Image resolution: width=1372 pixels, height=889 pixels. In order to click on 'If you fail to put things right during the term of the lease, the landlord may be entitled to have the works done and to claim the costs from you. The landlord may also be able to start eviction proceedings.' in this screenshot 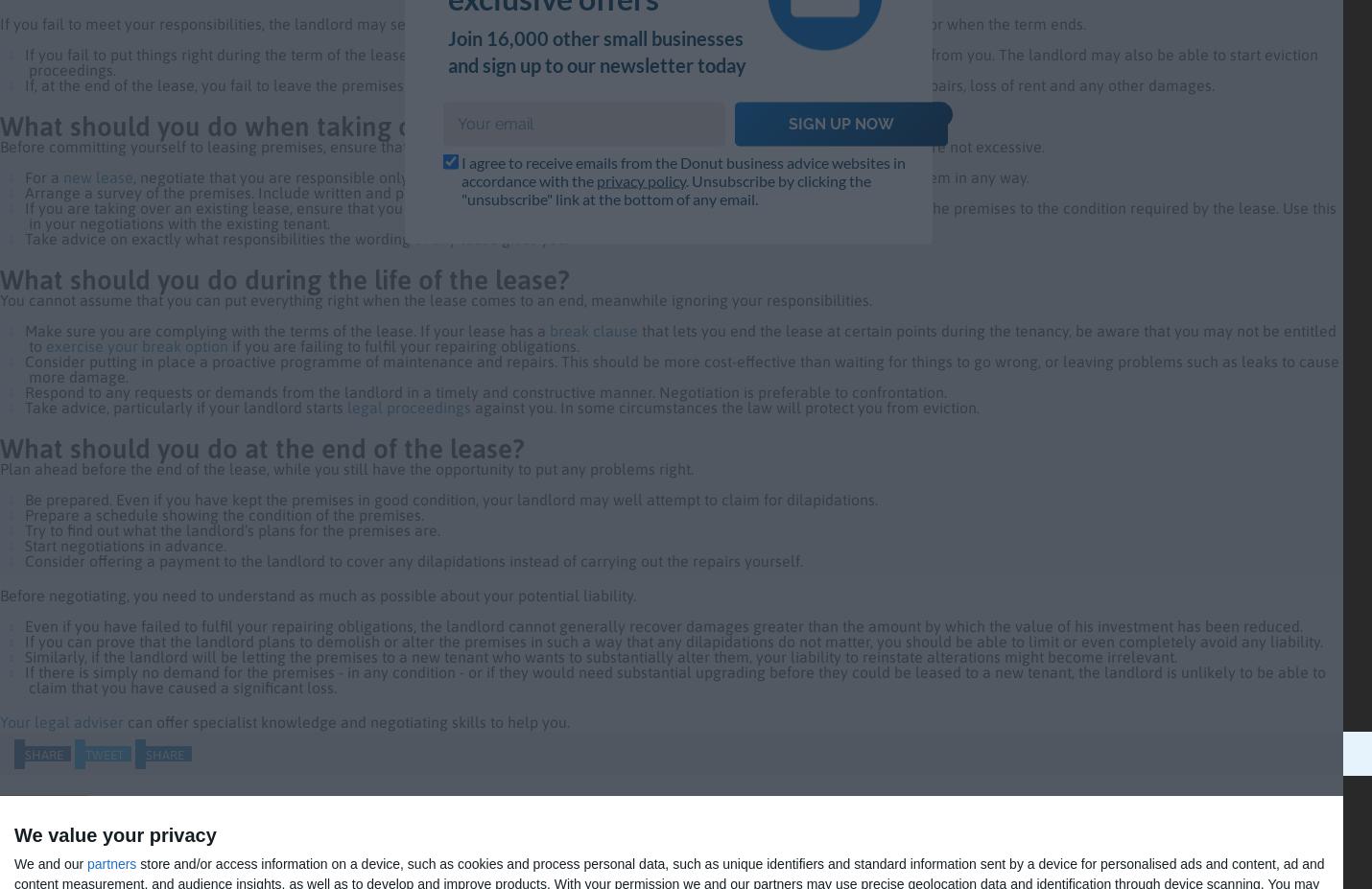, I will do `click(670, 60)`.